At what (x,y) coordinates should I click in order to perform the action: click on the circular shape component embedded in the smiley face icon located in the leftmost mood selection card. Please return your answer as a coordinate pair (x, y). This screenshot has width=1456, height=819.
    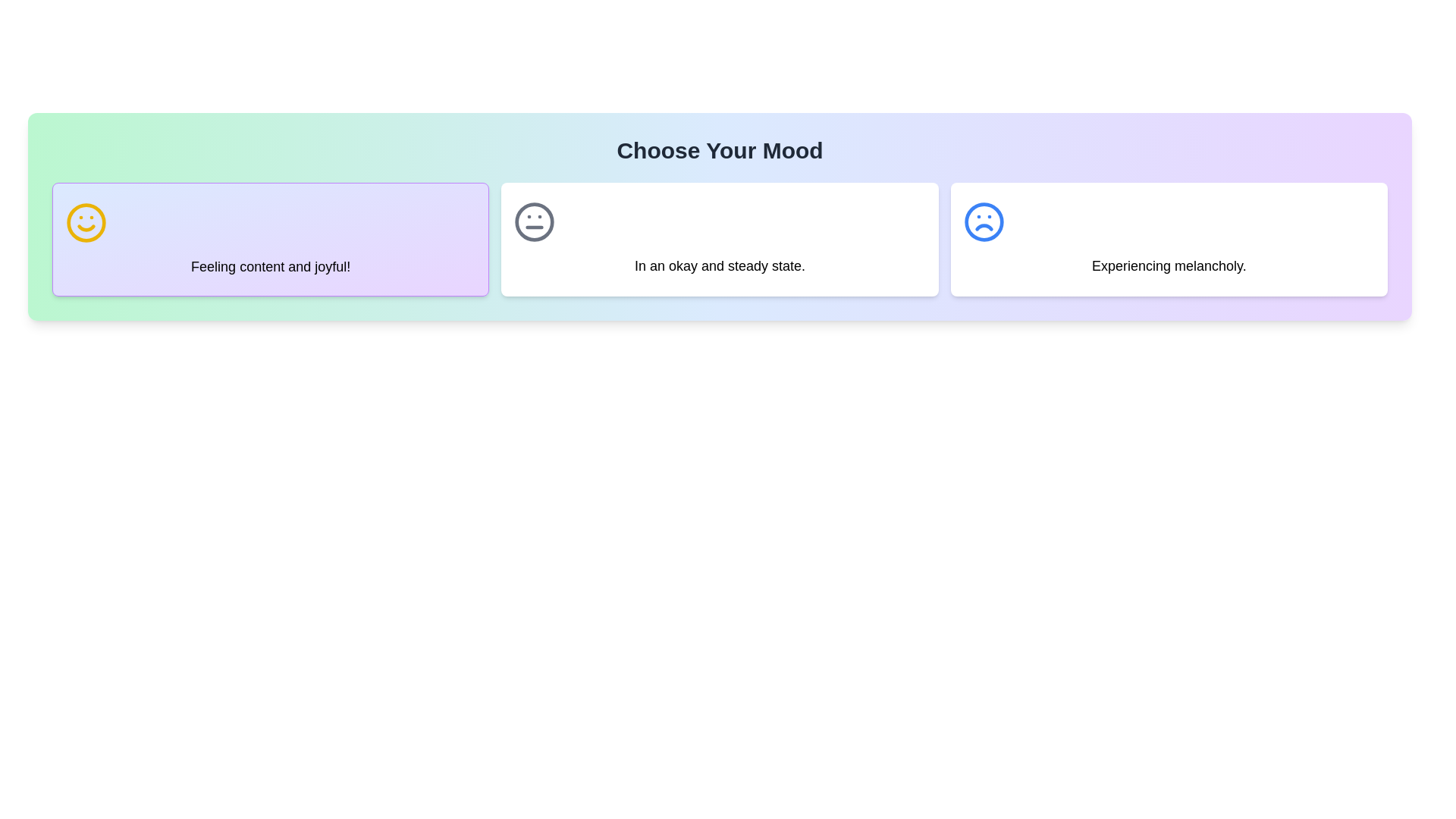
    Looking at the image, I should click on (86, 222).